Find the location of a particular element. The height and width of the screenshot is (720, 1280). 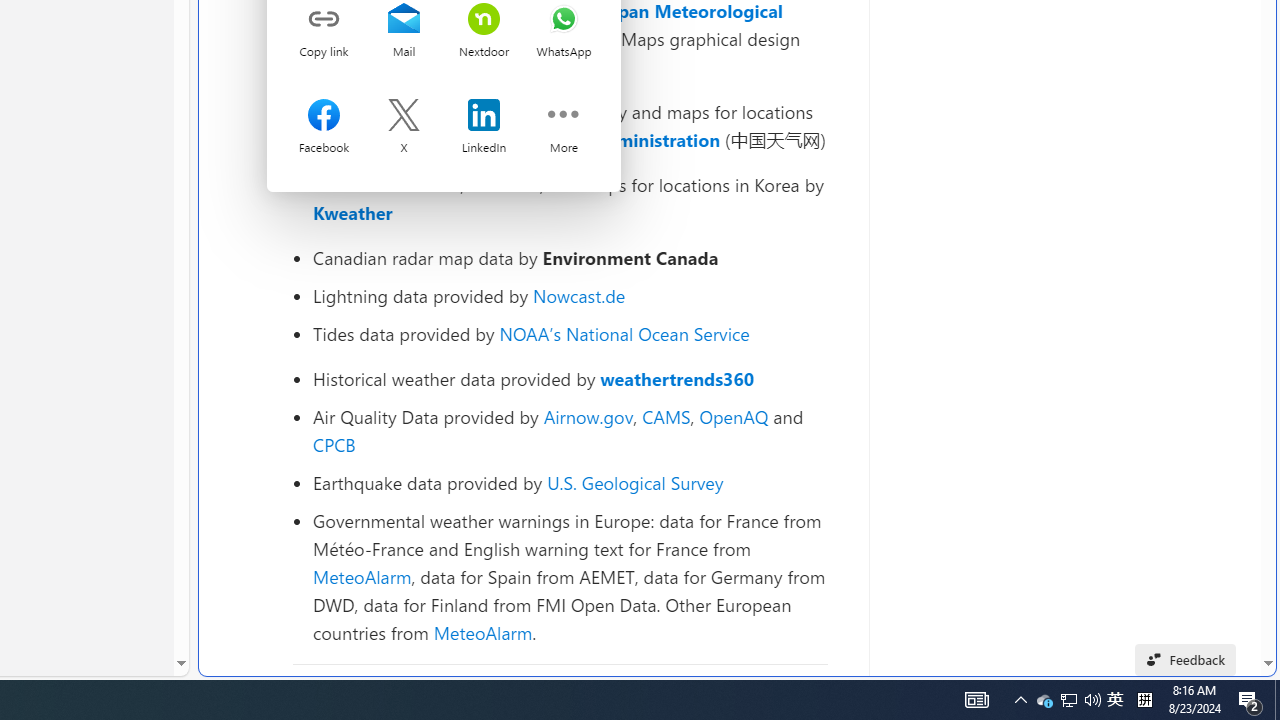

'Canadian radar map data by Environment Canada' is located at coordinates (569, 257).